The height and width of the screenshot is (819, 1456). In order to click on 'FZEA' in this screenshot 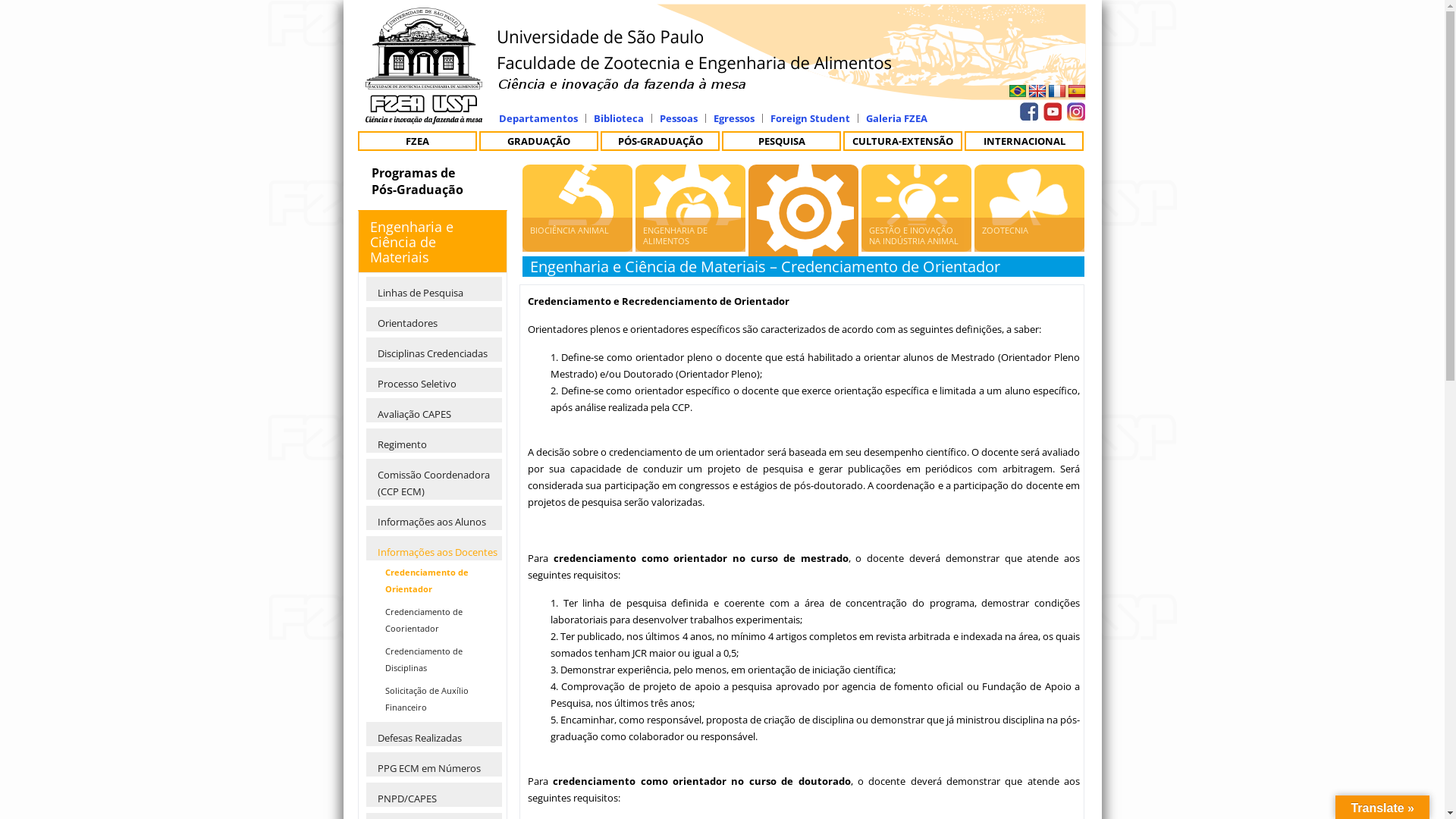, I will do `click(417, 140)`.